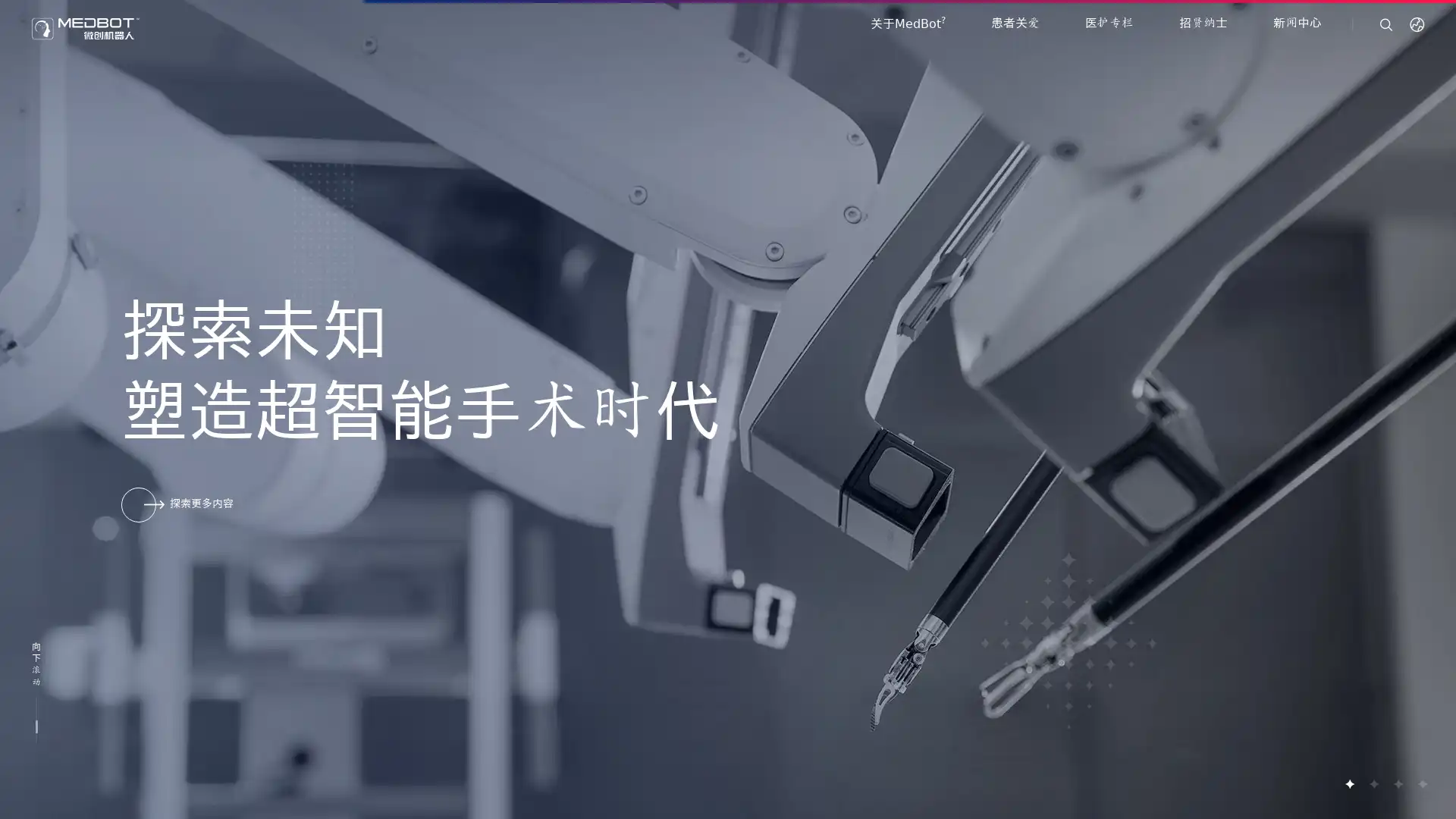 The image size is (1456, 819). Describe the element at coordinates (1373, 783) in the screenshot. I see `Go to slide 2` at that location.